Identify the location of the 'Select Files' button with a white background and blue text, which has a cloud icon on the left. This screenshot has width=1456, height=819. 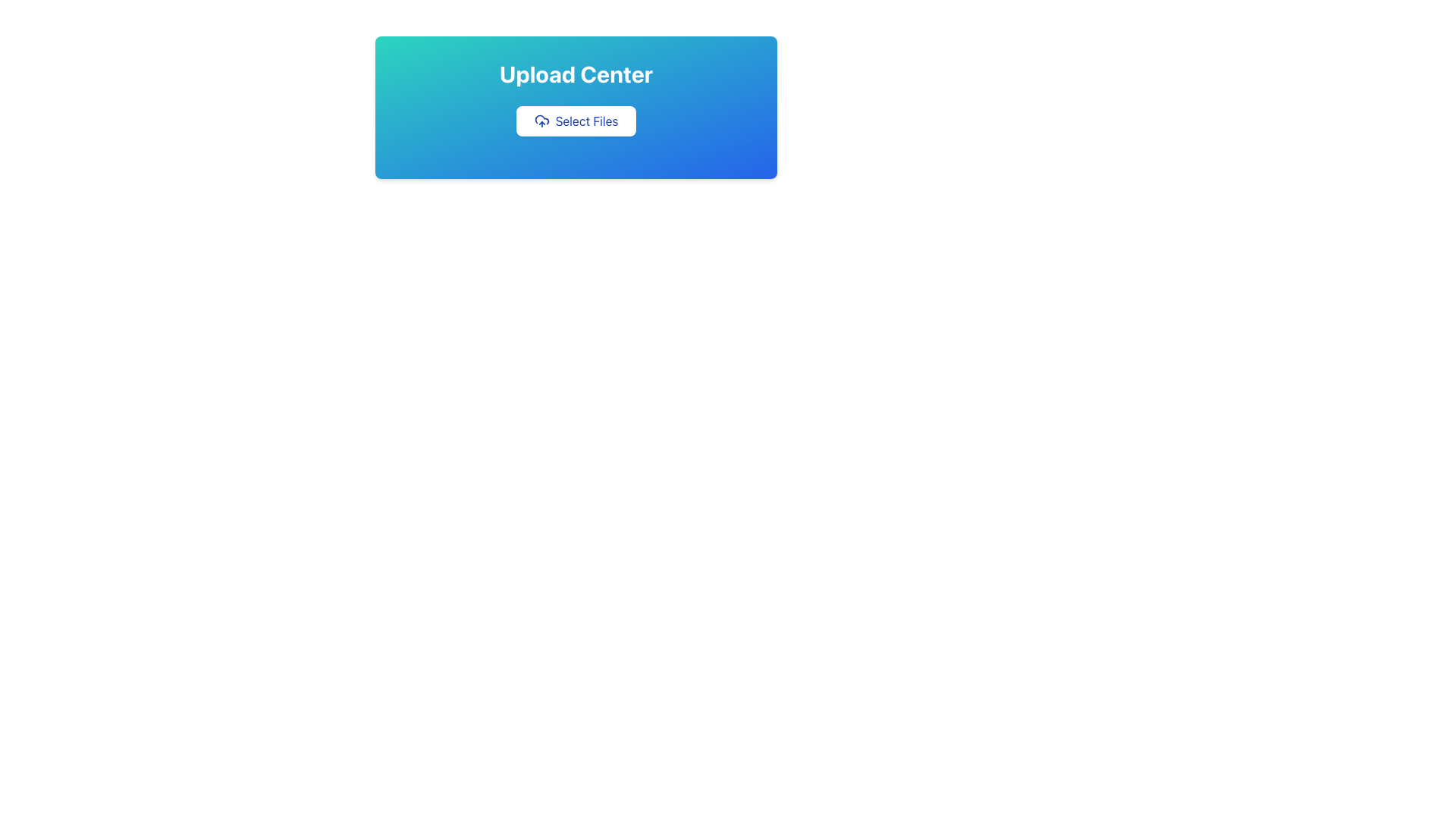
(575, 120).